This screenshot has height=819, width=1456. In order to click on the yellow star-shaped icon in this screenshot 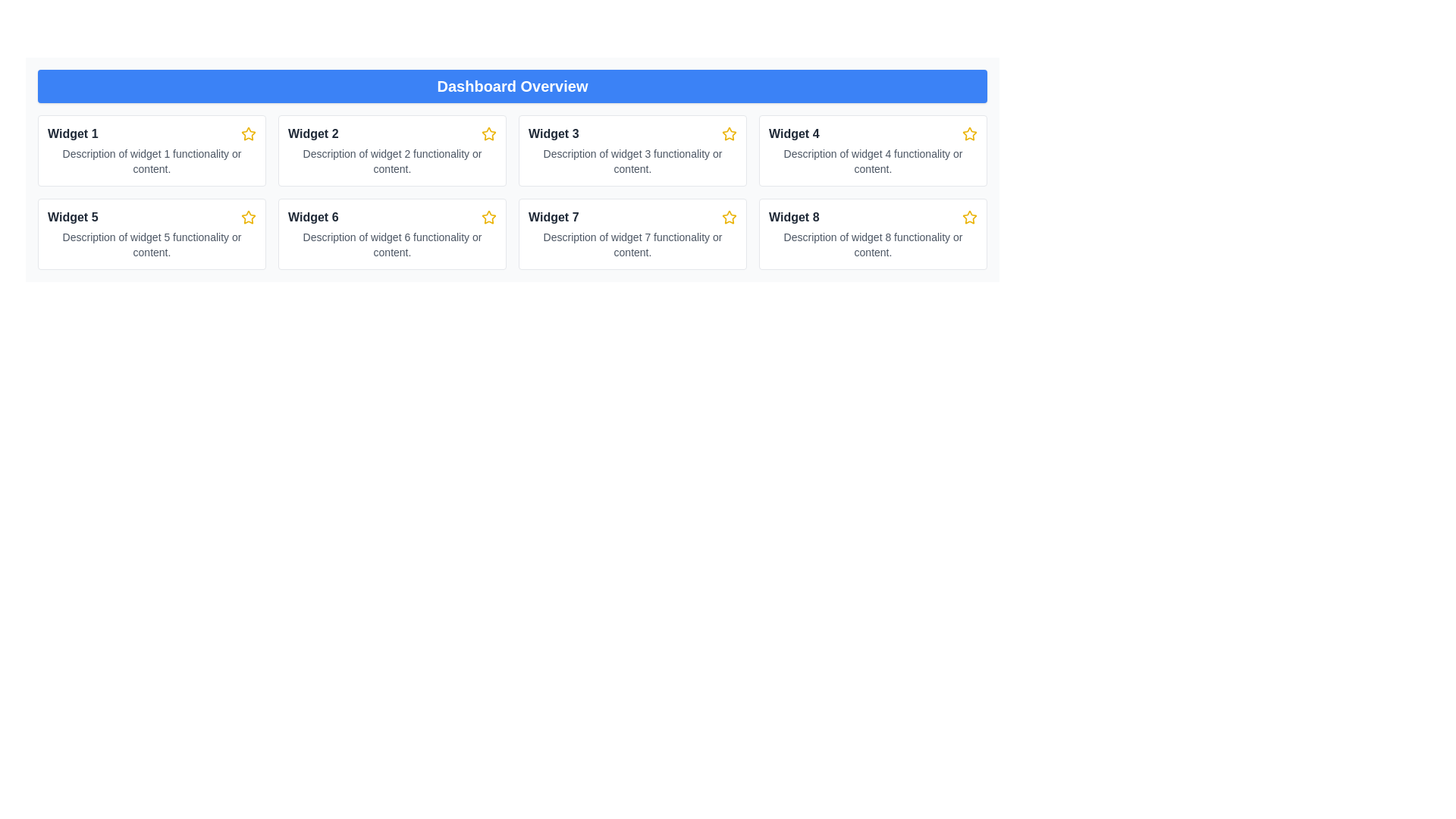, I will do `click(729, 217)`.